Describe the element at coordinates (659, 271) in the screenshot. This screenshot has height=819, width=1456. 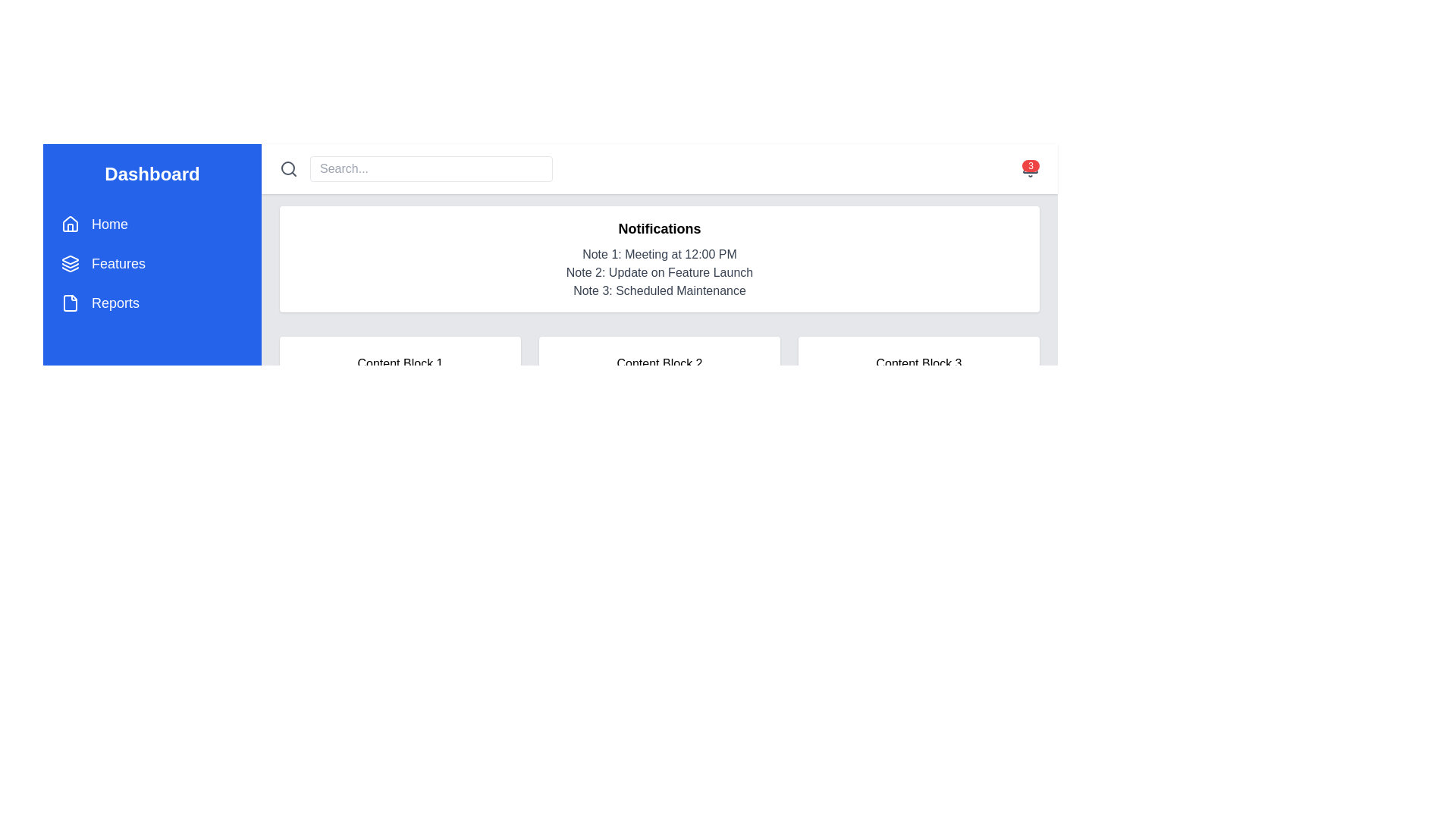
I see `static text component displaying 'Note 2: Update on Feature Launch', which is the second entry in the notifications list` at that location.